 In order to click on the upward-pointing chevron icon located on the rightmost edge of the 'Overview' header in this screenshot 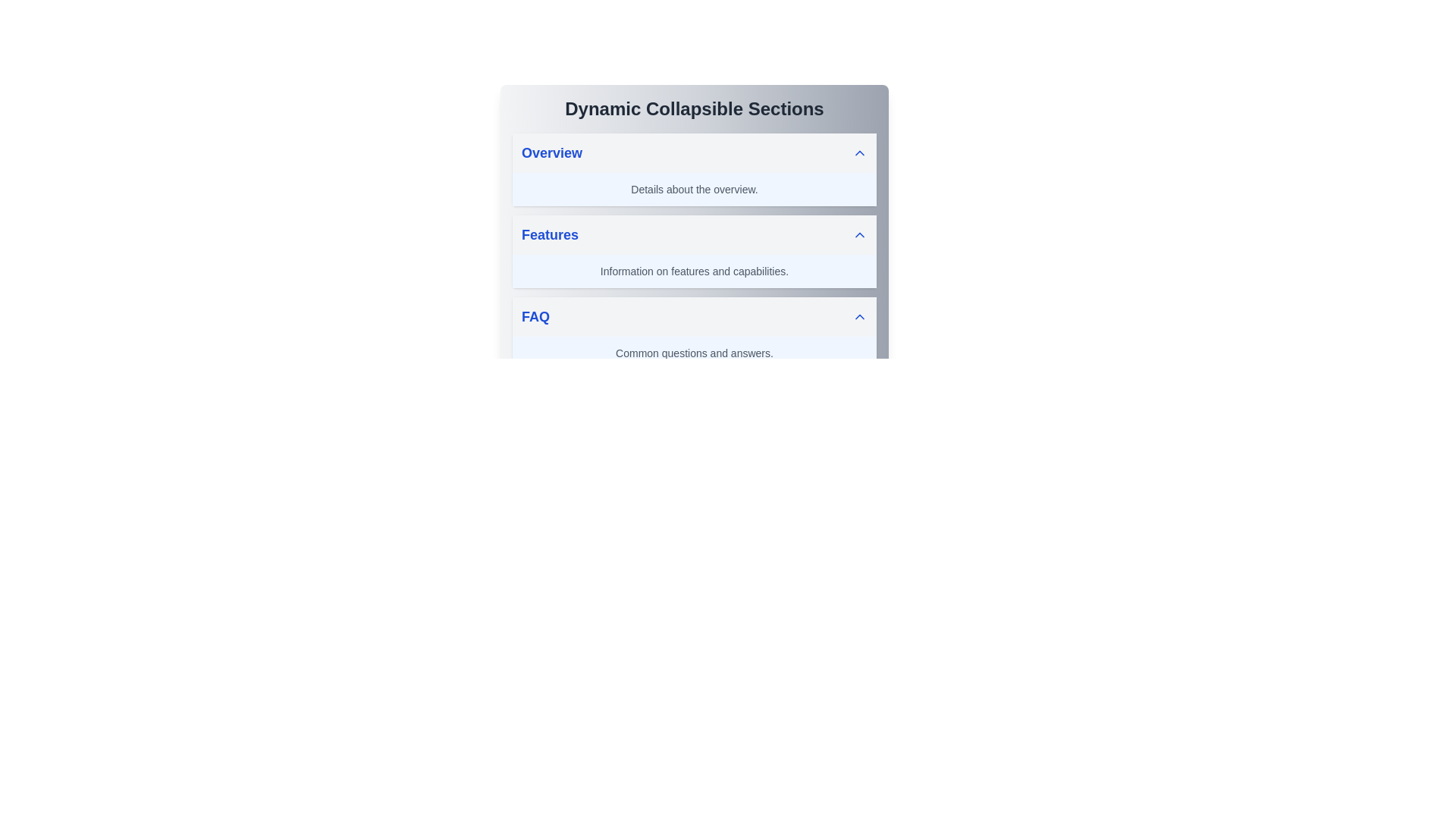, I will do `click(859, 152)`.